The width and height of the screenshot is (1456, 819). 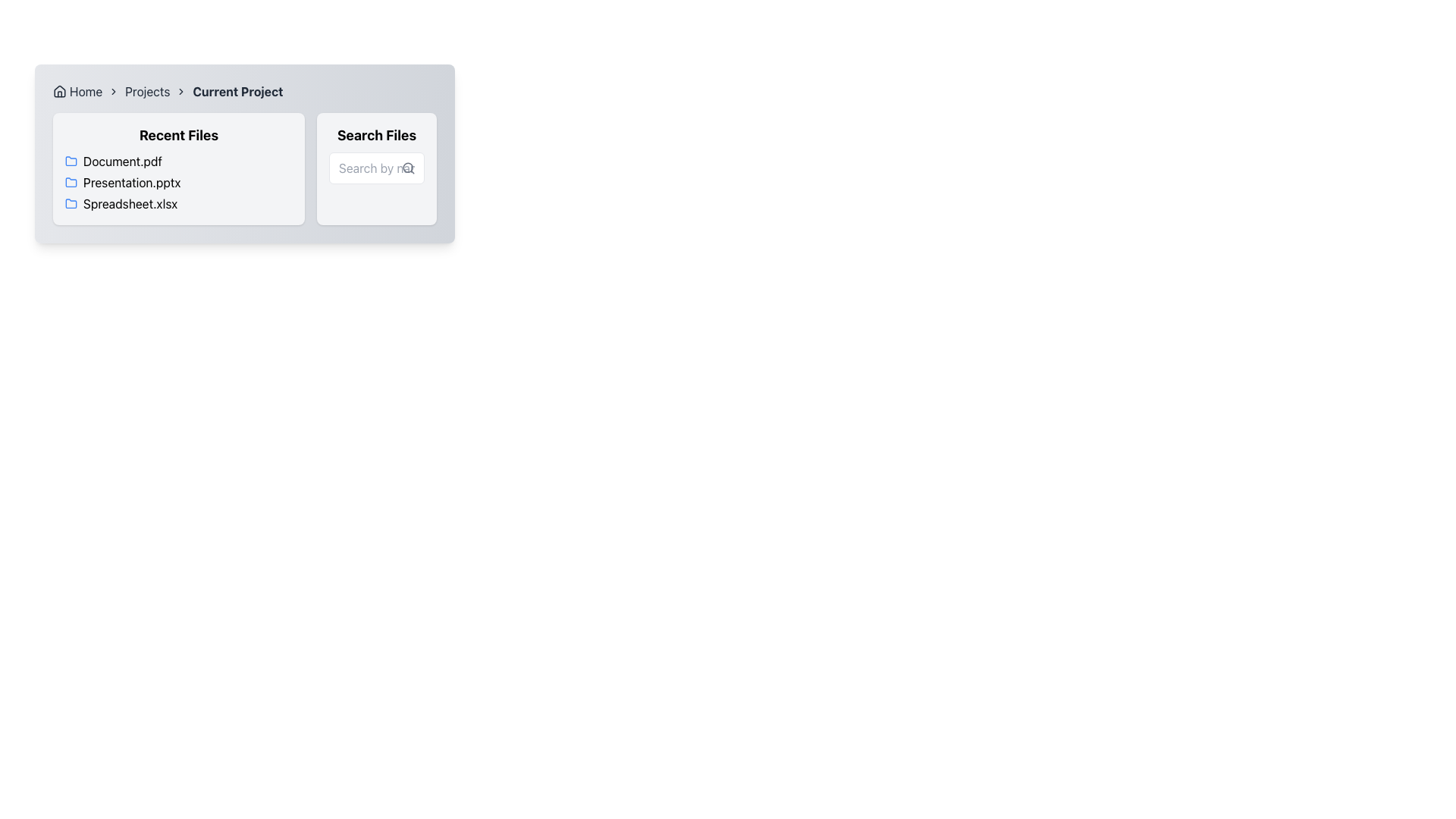 What do you see at coordinates (178, 181) in the screenshot?
I see `the List Item displaying 'Presentation.pptx' in the Recent Files section` at bounding box center [178, 181].